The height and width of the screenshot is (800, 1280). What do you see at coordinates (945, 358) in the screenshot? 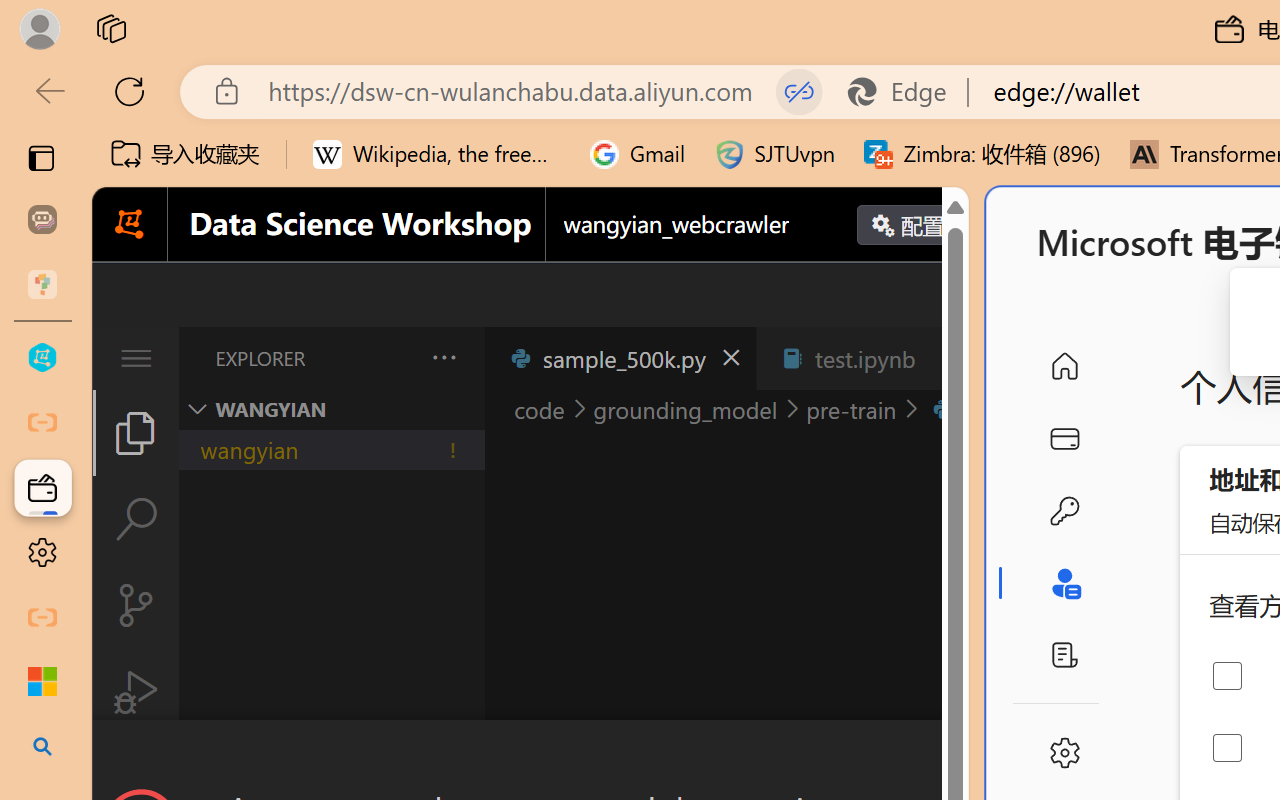
I see `'Close (Ctrl+F4)'` at bounding box center [945, 358].